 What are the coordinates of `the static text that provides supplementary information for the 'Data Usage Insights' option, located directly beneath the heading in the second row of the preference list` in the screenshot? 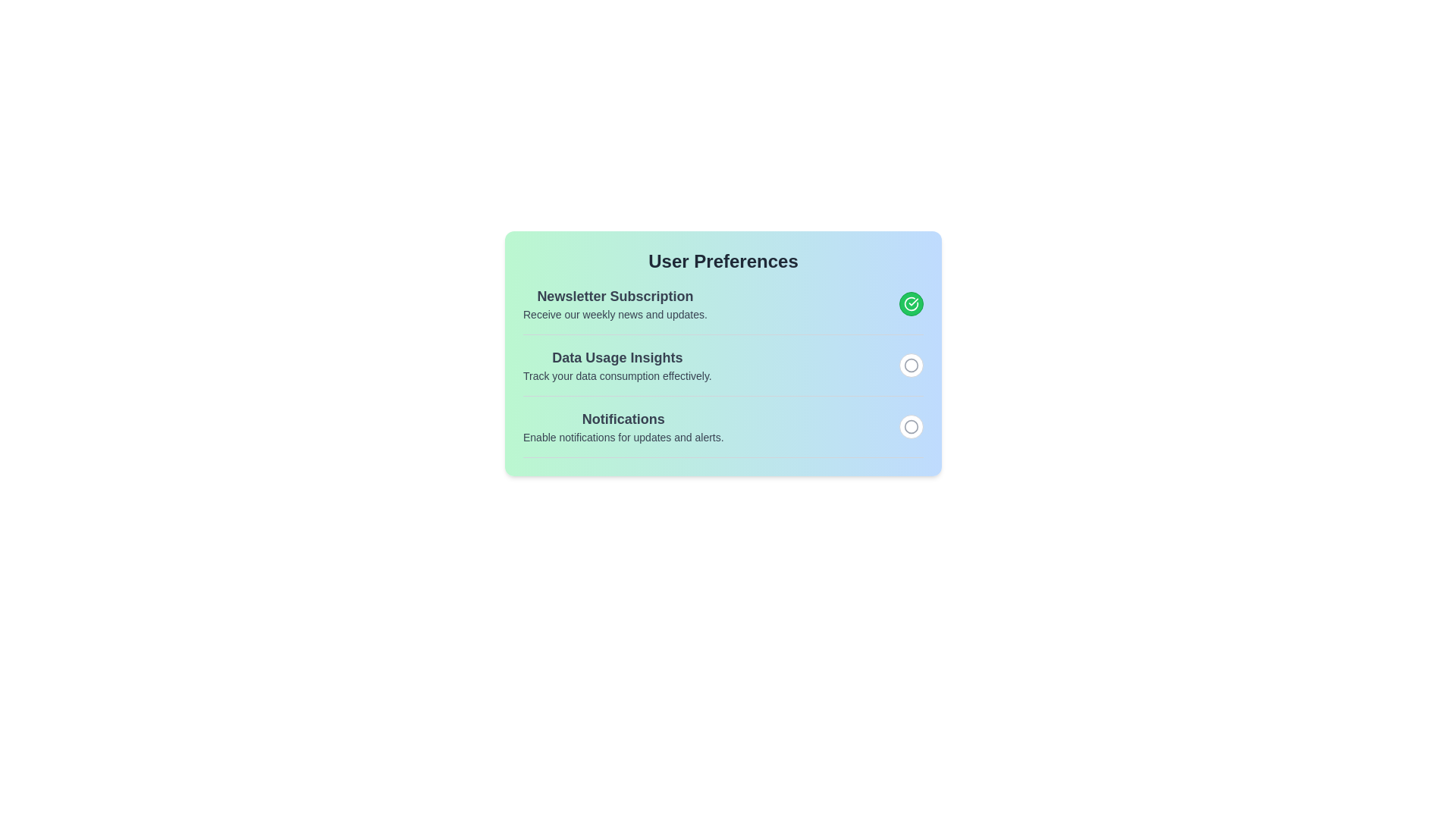 It's located at (617, 375).